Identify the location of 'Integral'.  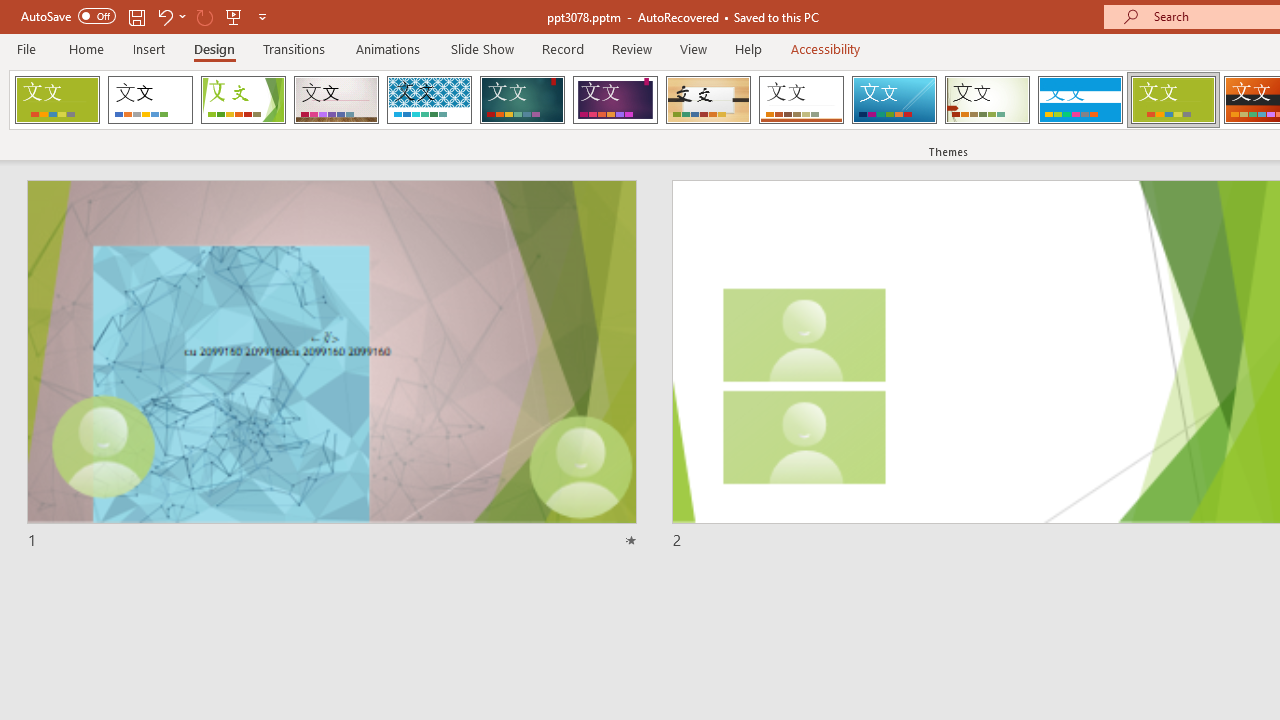
(428, 100).